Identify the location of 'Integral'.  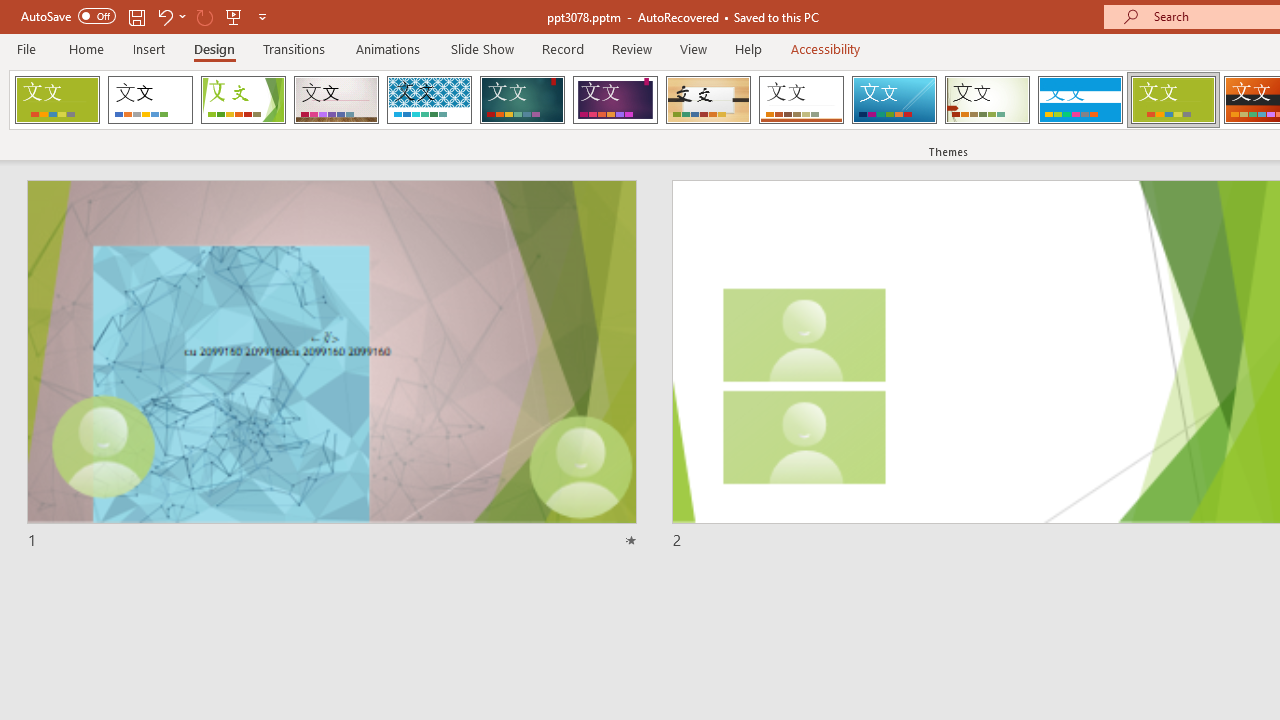
(428, 100).